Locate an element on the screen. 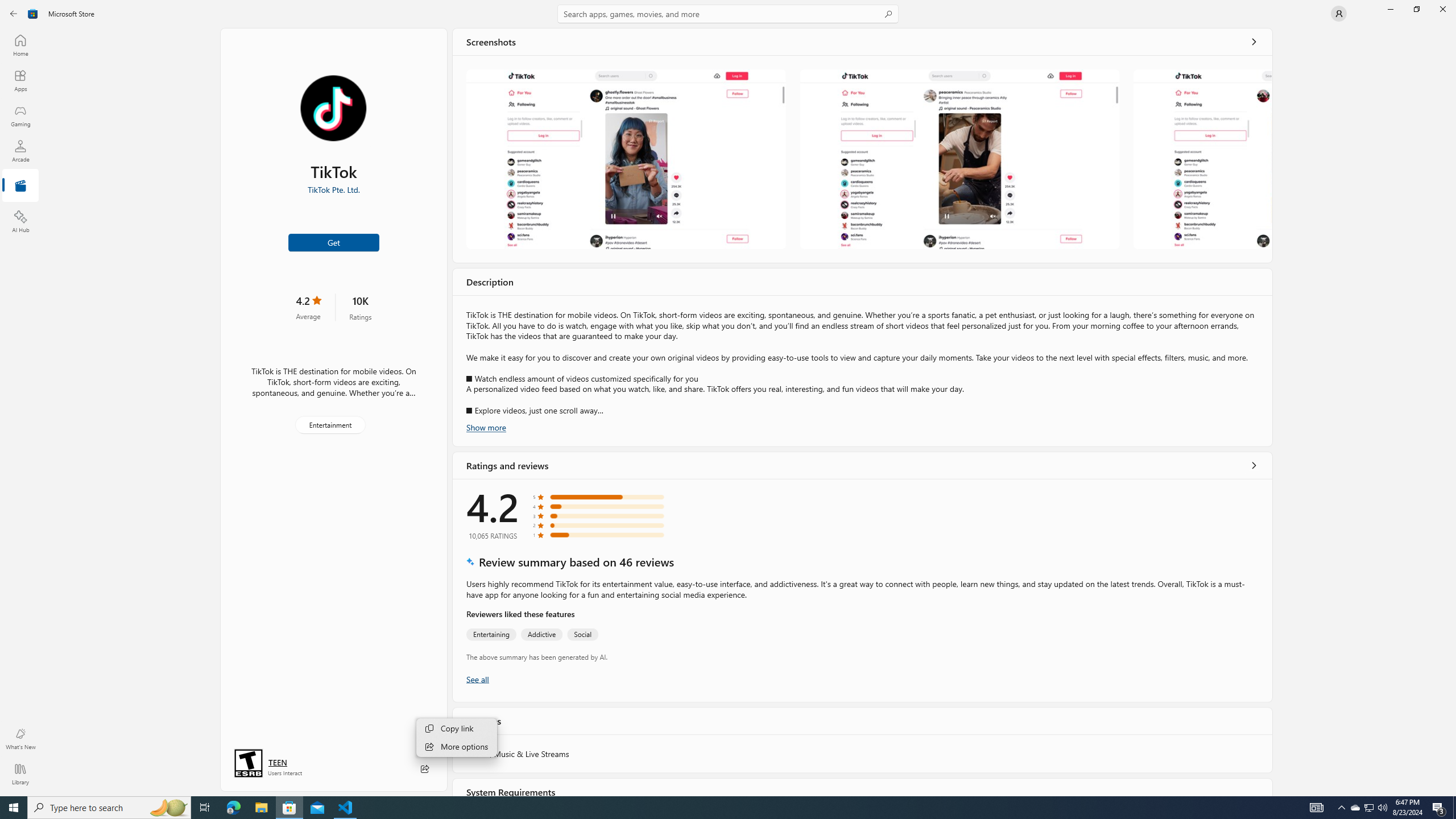 The width and height of the screenshot is (1456, 819). 'Age rating: TEEN. Click for more information.' is located at coordinates (276, 762).